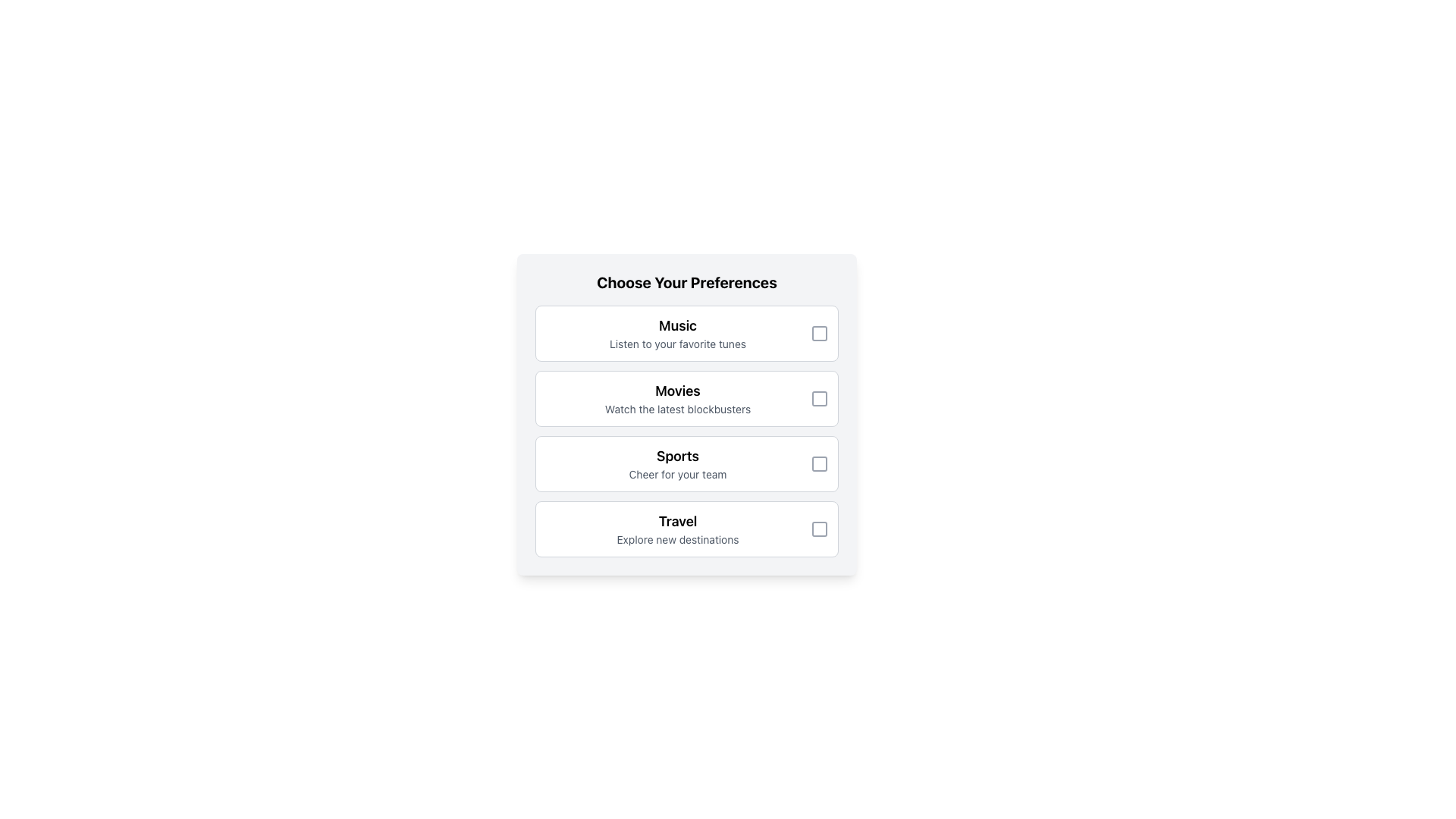  What do you see at coordinates (676, 539) in the screenshot?
I see `the text label that reads 'Explore new destinations', which is styled with small, gray text and located beneath the 'Travel' label within the fourth option block` at bounding box center [676, 539].